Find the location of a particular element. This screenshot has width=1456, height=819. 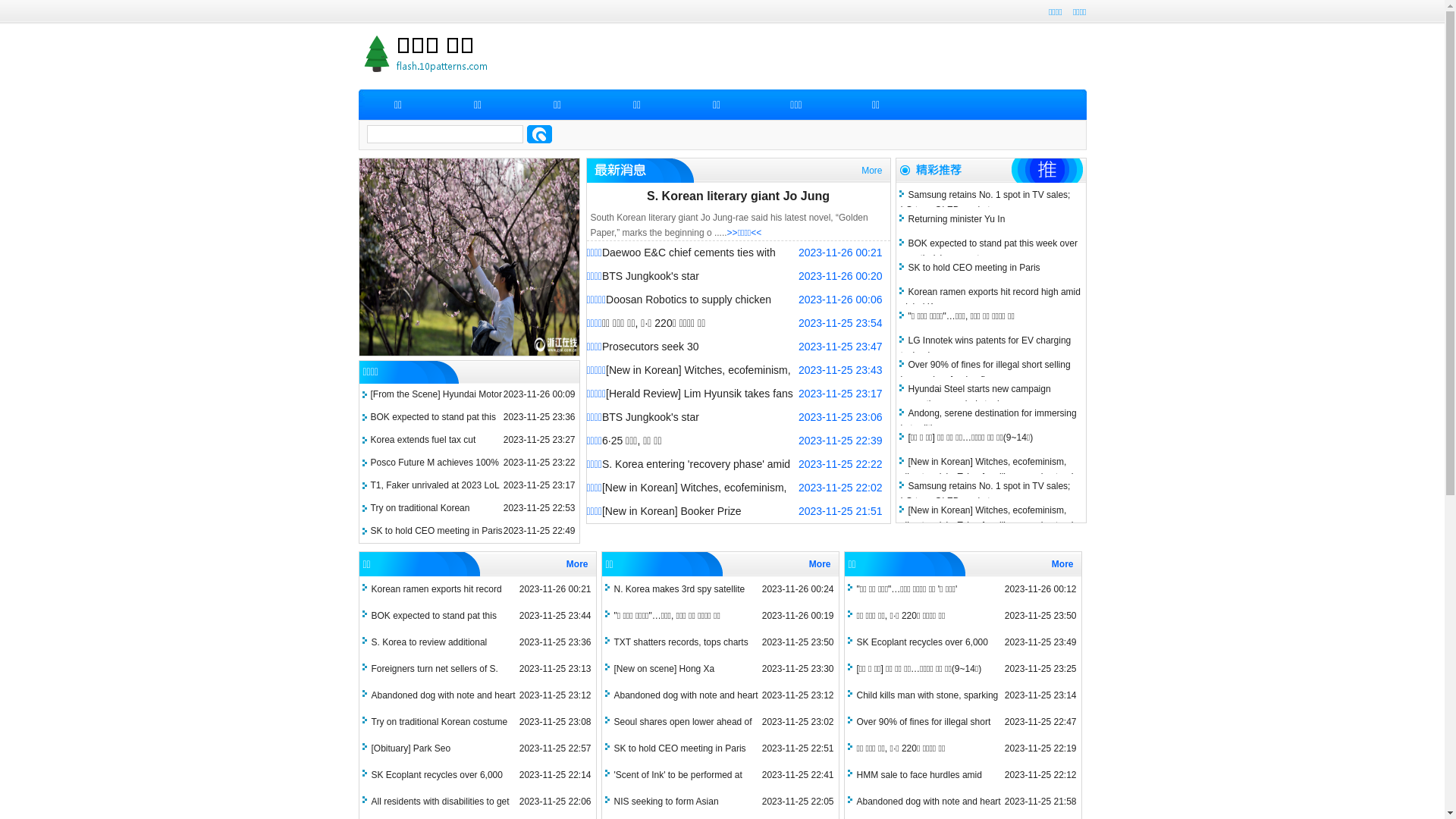

'SK to hold CEO meeting in Paris' is located at coordinates (607, 748).